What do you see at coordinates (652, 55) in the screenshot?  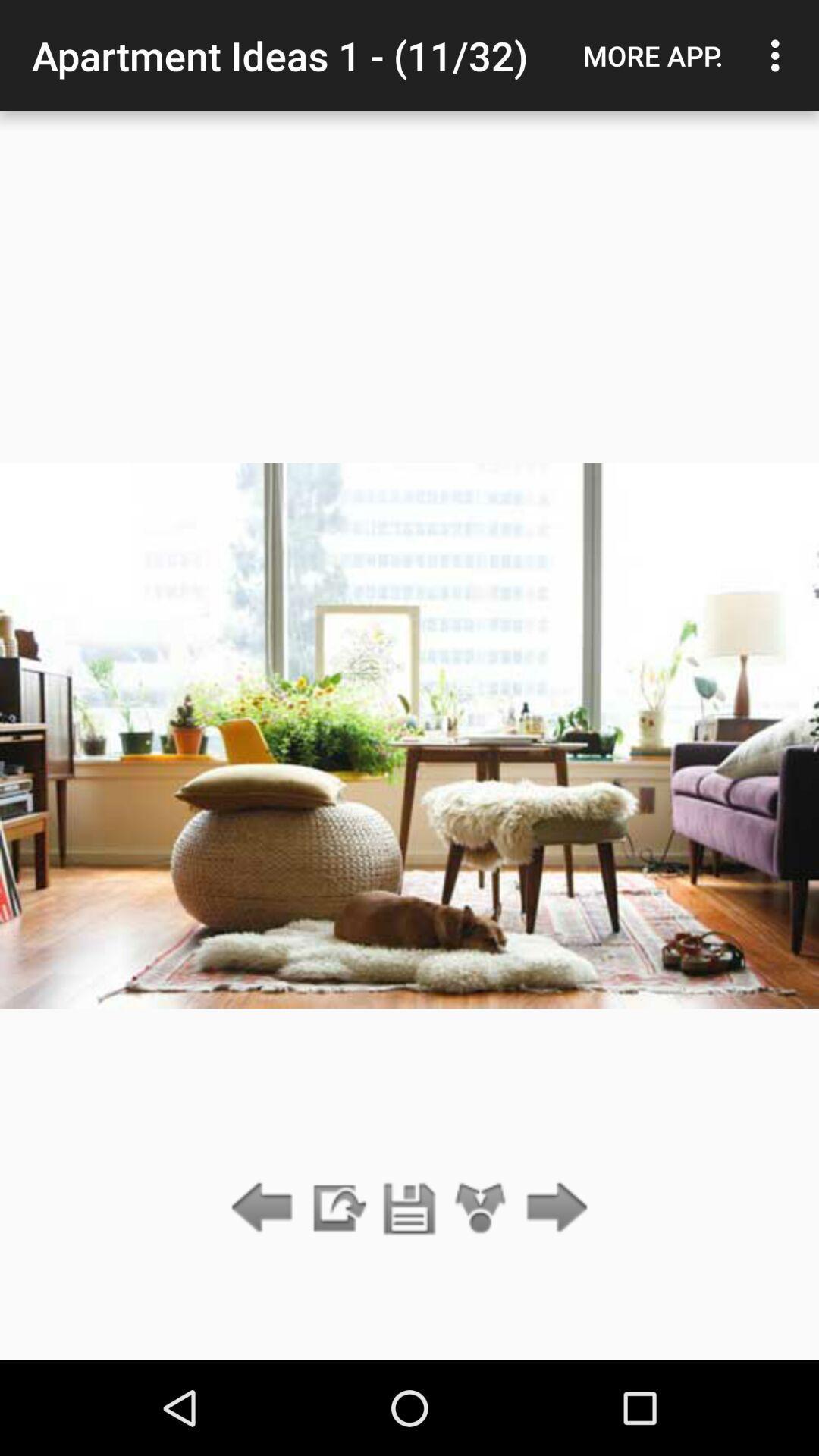 I see `the more app.` at bounding box center [652, 55].